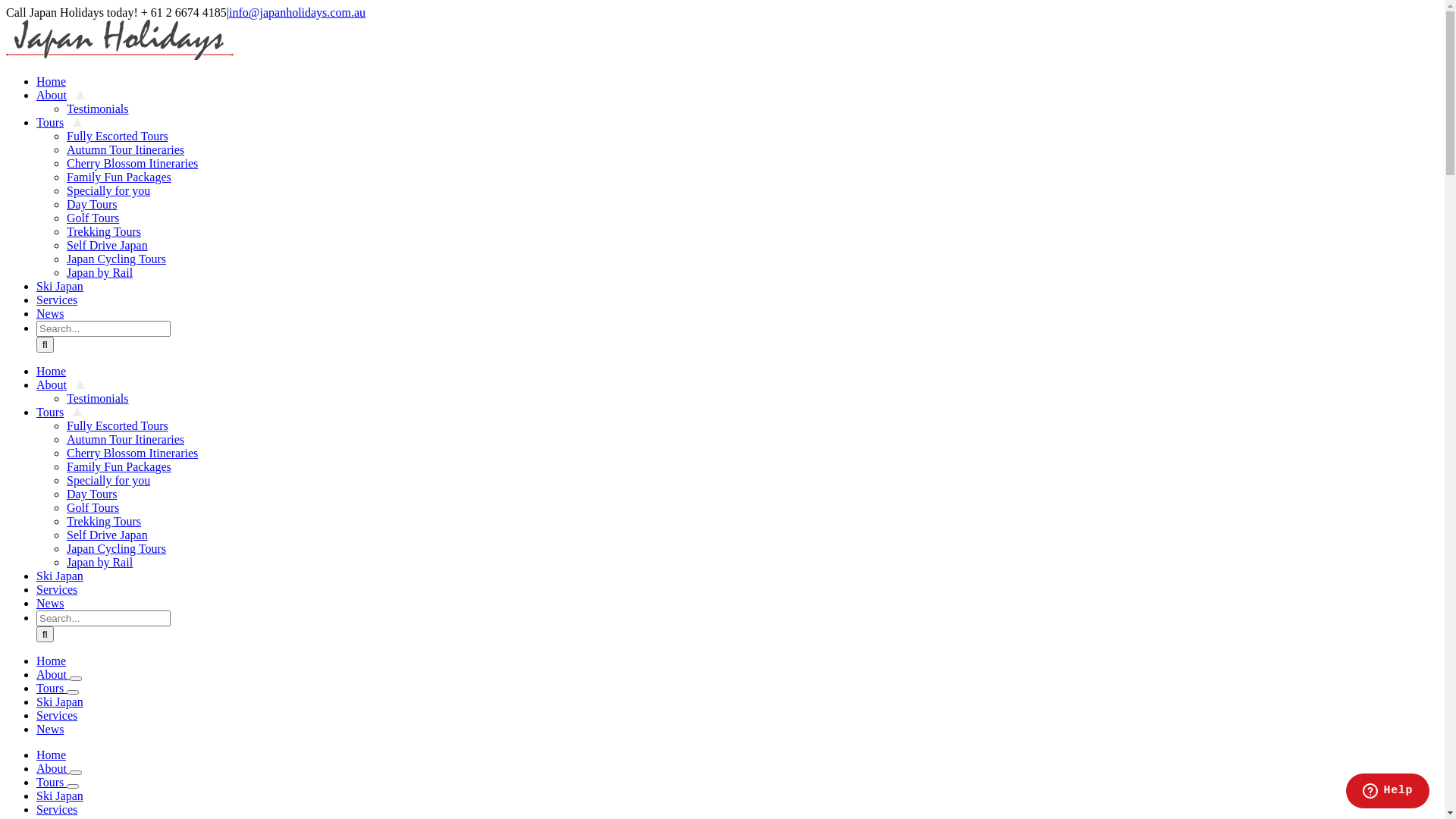 The width and height of the screenshot is (1456, 819). Describe the element at coordinates (1345, 792) in the screenshot. I see `'Opens a widget where you can chat to one of our agents'` at that location.